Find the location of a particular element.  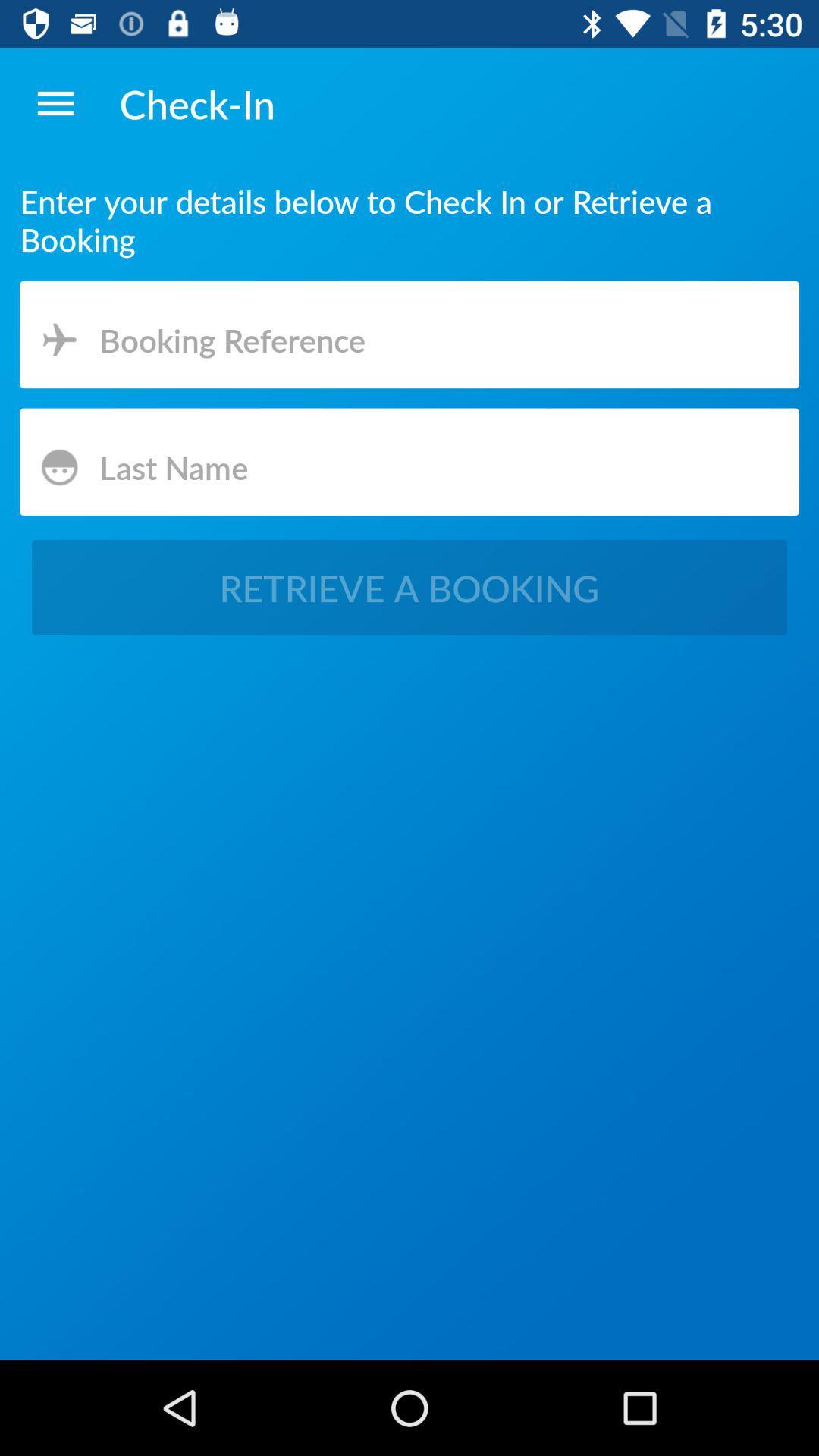

icon above enter your details item is located at coordinates (55, 102).